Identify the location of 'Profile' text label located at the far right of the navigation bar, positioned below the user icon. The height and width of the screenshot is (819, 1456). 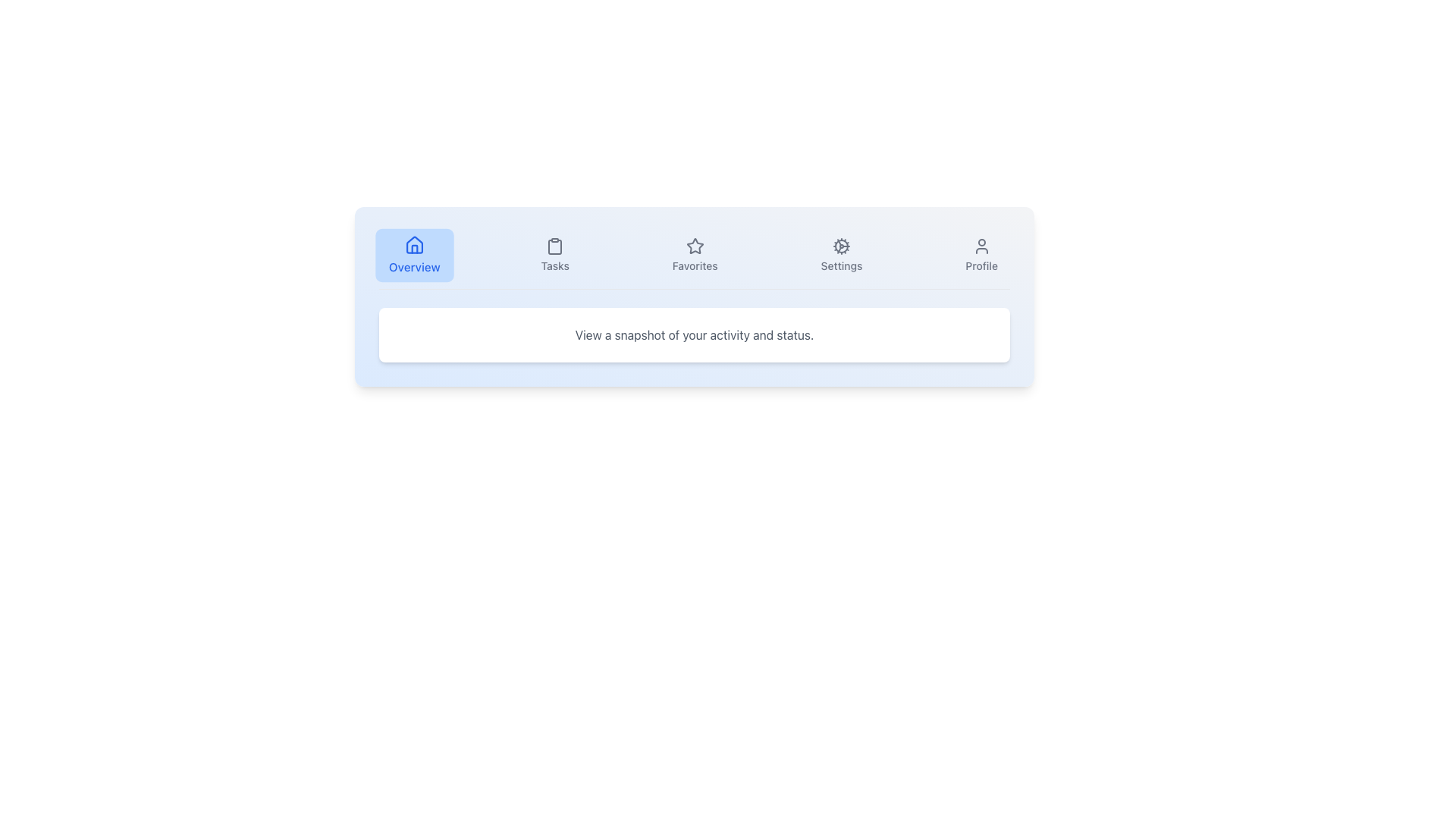
(981, 265).